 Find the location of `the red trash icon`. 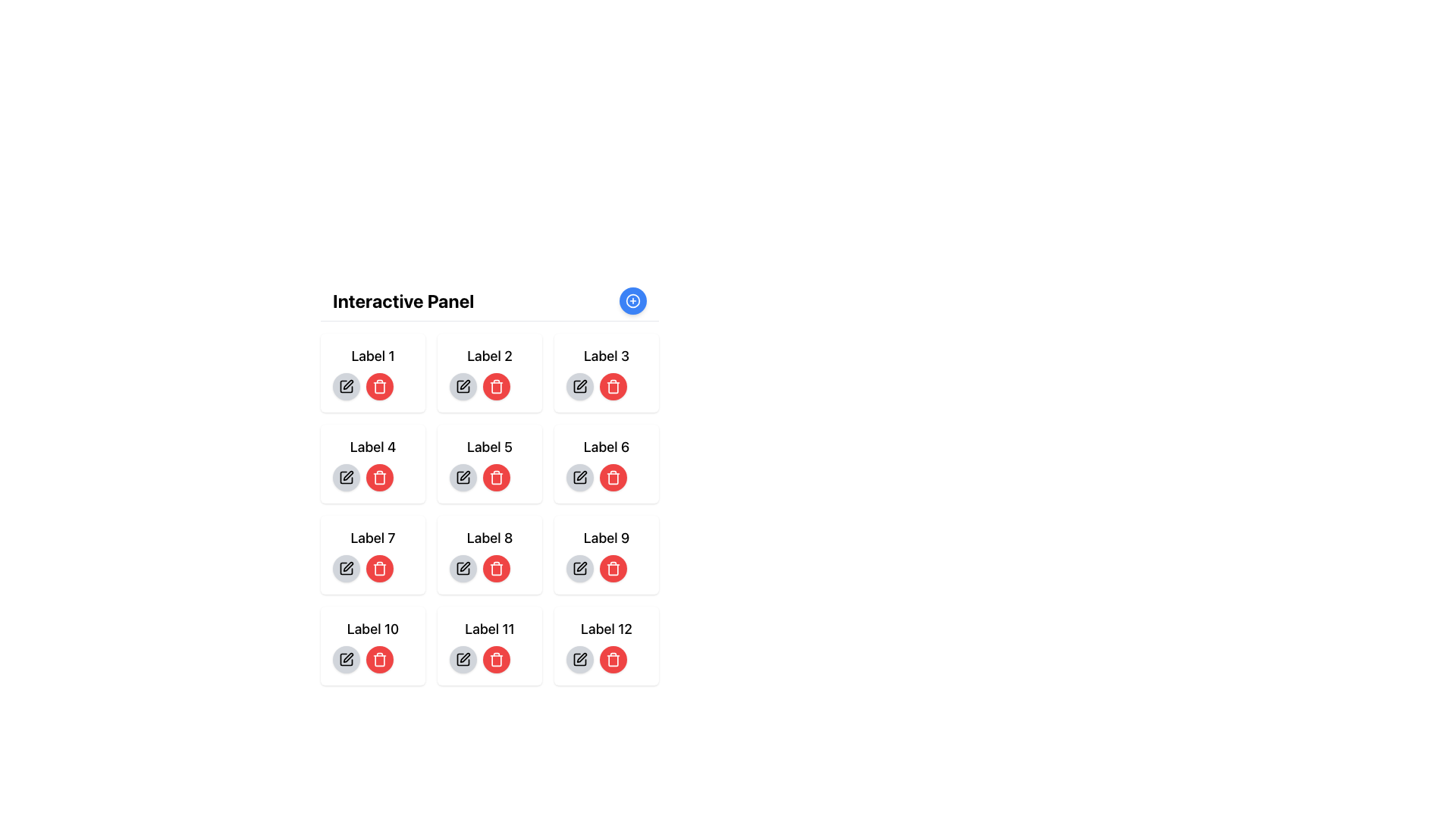

the red trash icon is located at coordinates (496, 660).